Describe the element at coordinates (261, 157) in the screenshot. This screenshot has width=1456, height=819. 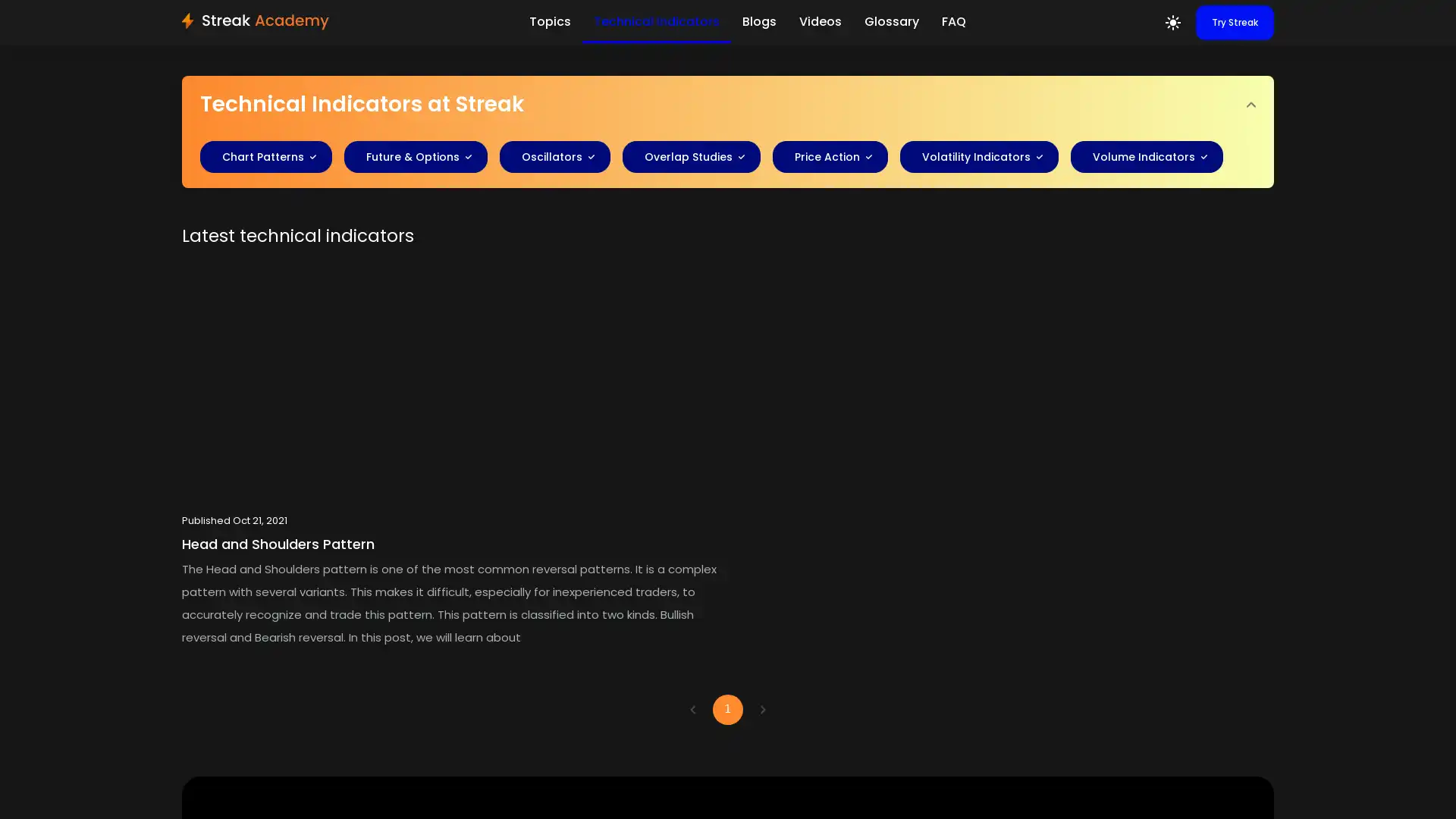
I see `Chart Patterns` at that location.